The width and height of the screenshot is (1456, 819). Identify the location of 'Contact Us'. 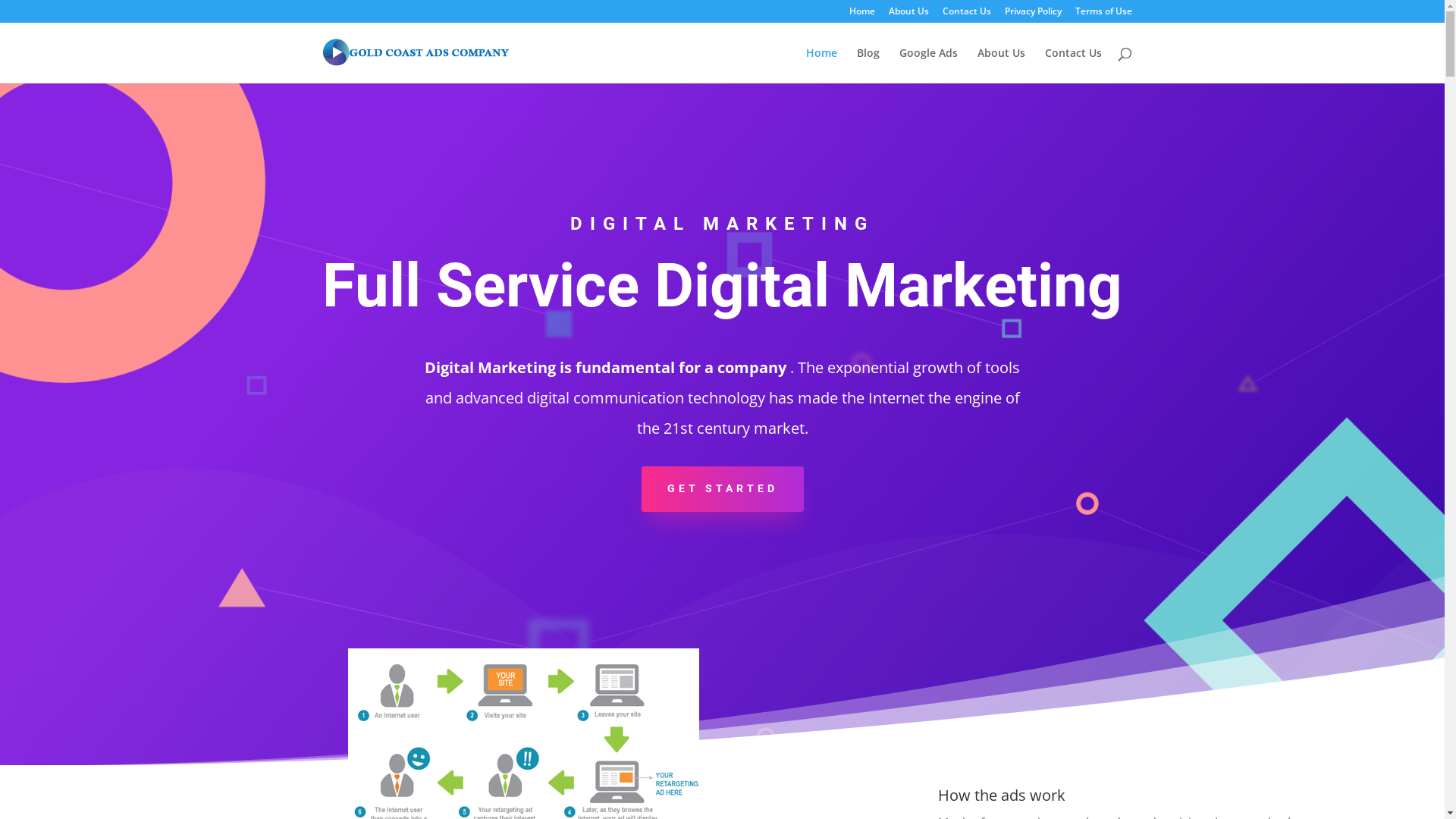
(1043, 64).